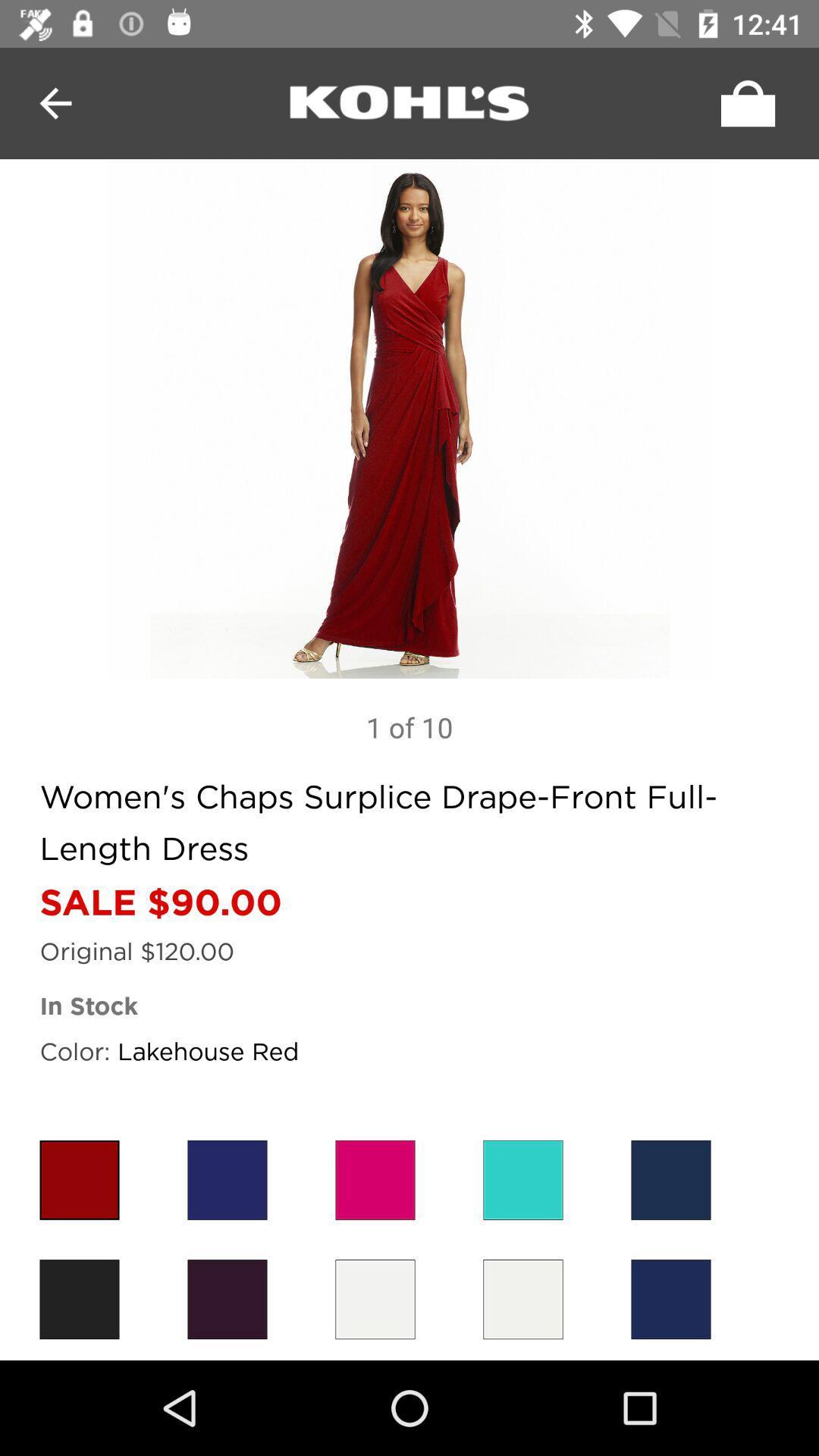 This screenshot has width=819, height=1456. I want to click on the star icon, so click(79, 1179).